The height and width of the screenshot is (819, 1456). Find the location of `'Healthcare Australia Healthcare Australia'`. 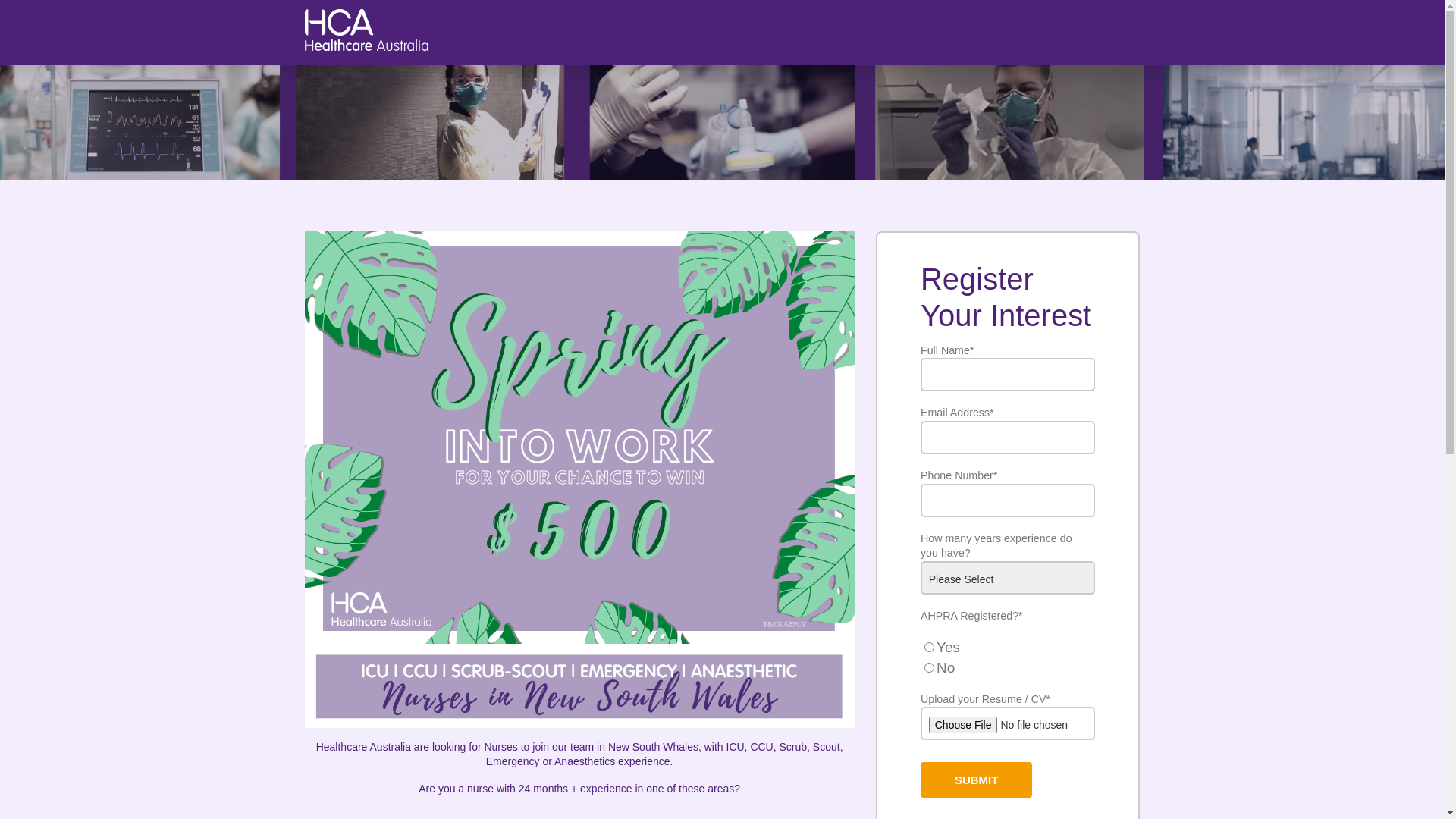

'Healthcare Australia Healthcare Australia' is located at coordinates (366, 45).